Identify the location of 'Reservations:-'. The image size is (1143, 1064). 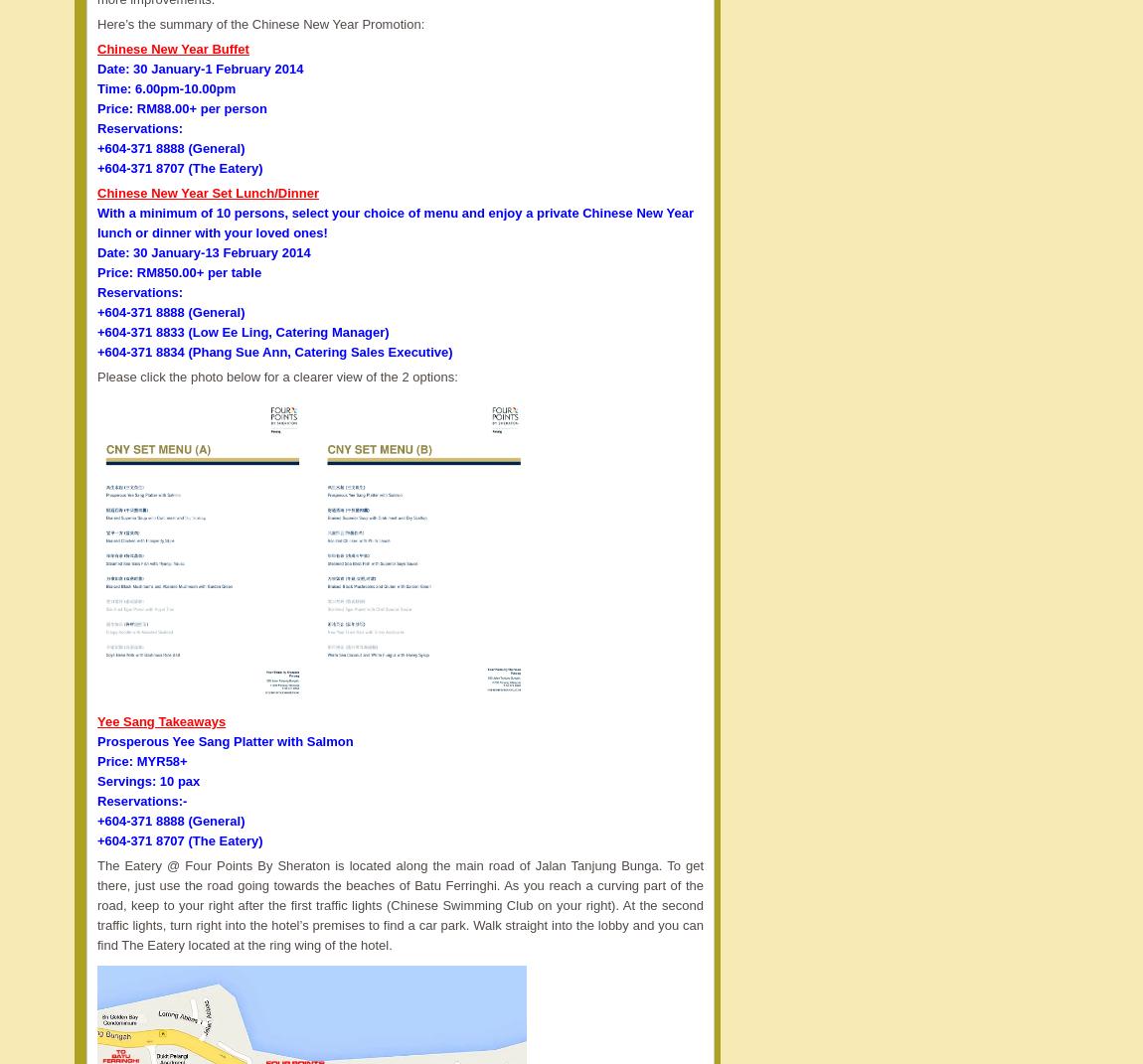
(140, 799).